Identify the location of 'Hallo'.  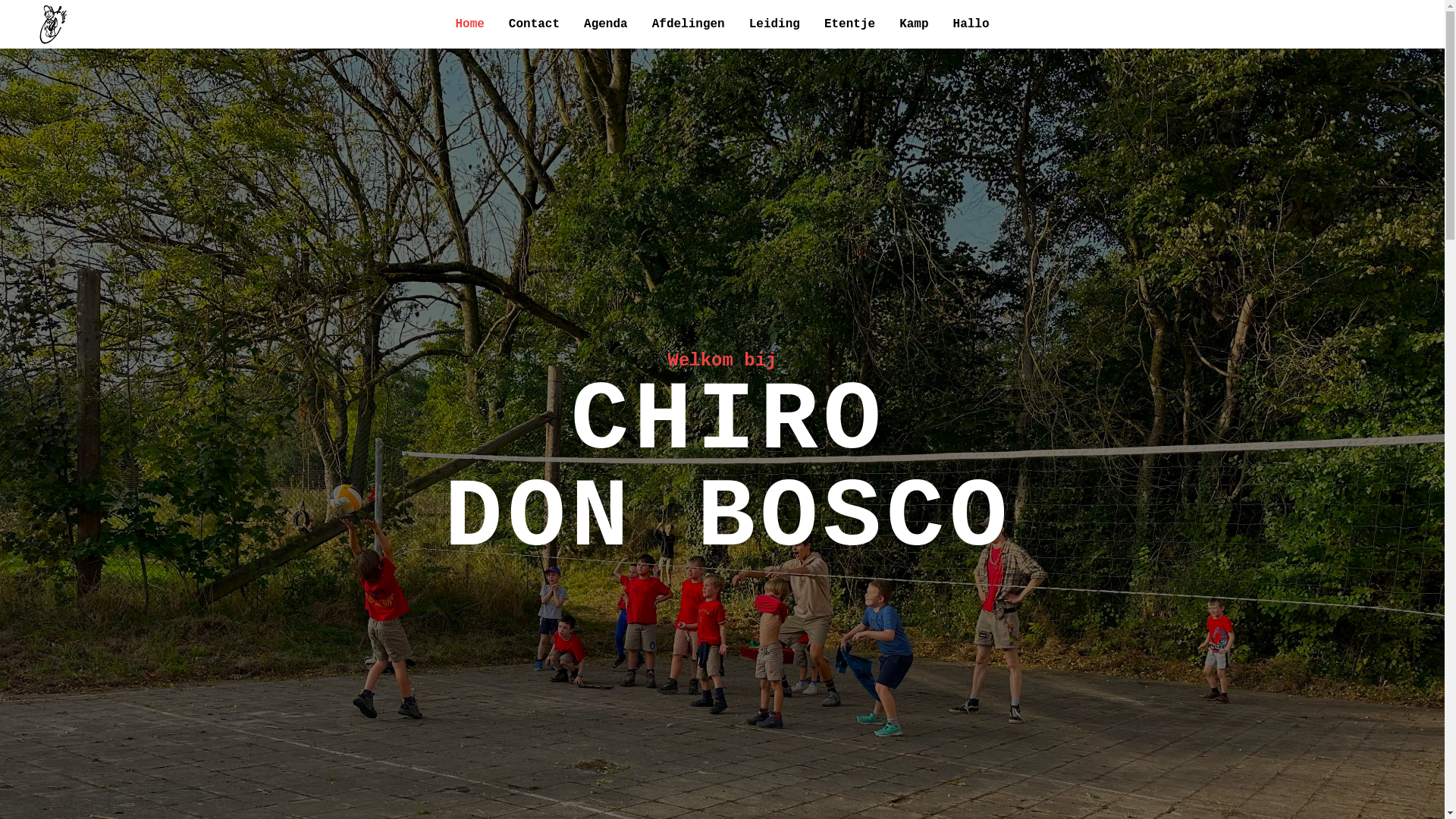
(952, 24).